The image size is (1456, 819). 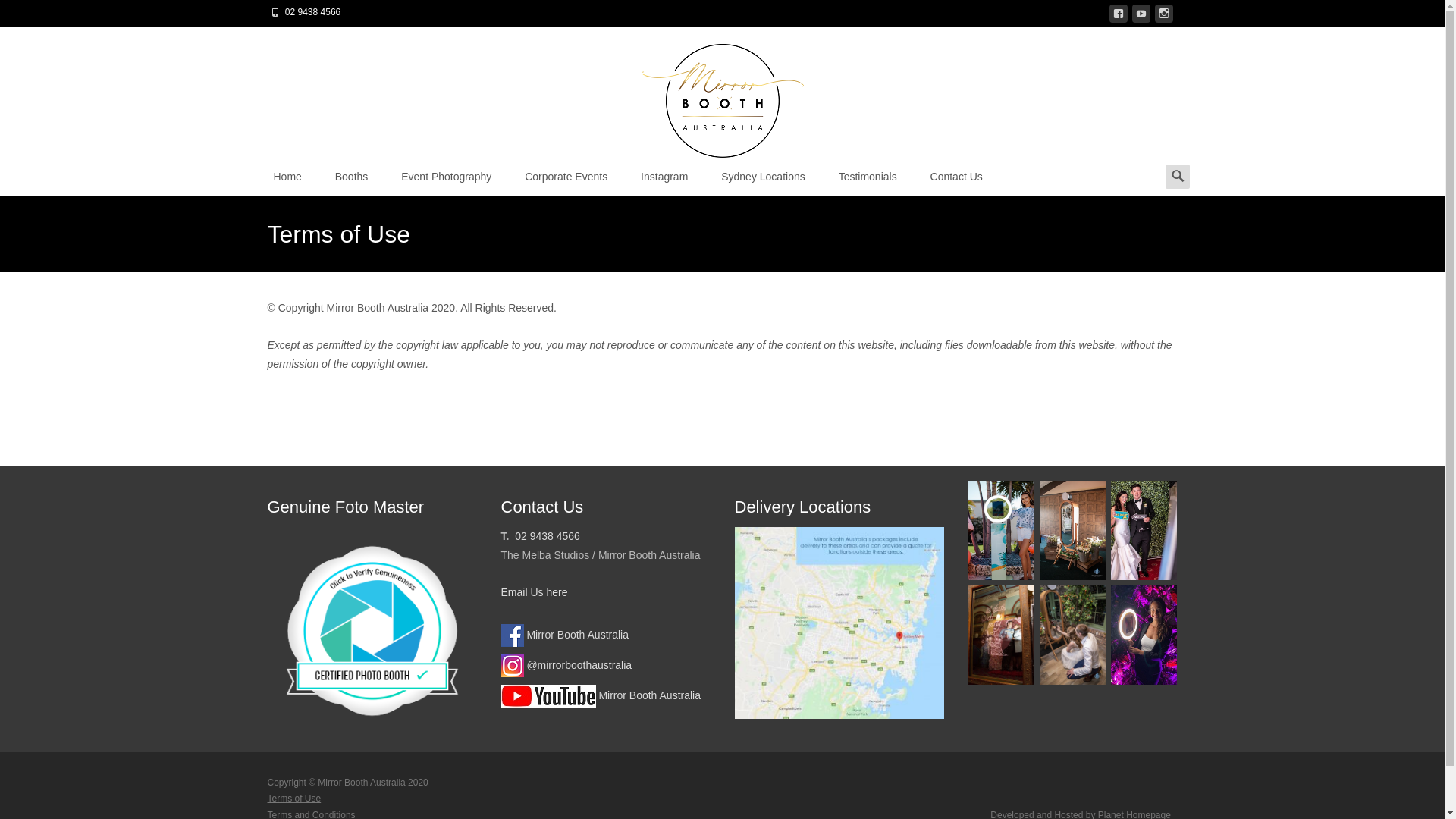 What do you see at coordinates (371, 629) in the screenshot?
I see `'Click to verify genuineness'` at bounding box center [371, 629].